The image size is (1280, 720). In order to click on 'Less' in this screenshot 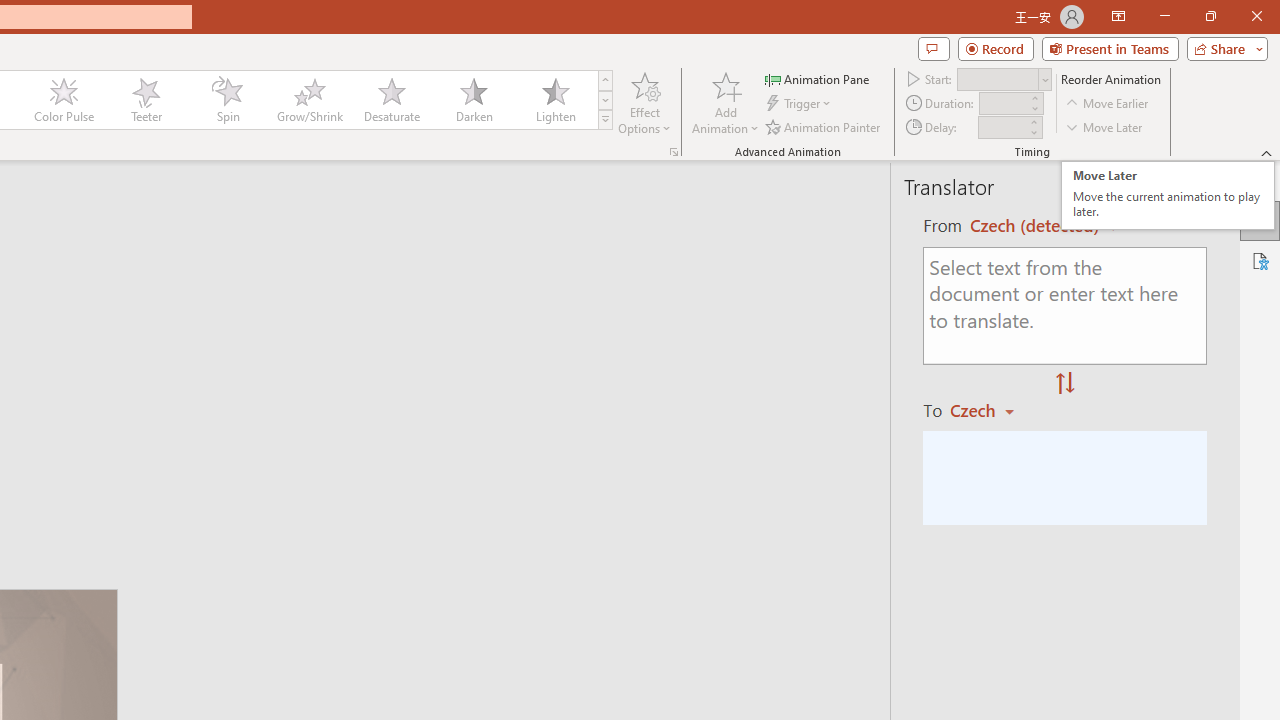, I will do `click(1033, 132)`.